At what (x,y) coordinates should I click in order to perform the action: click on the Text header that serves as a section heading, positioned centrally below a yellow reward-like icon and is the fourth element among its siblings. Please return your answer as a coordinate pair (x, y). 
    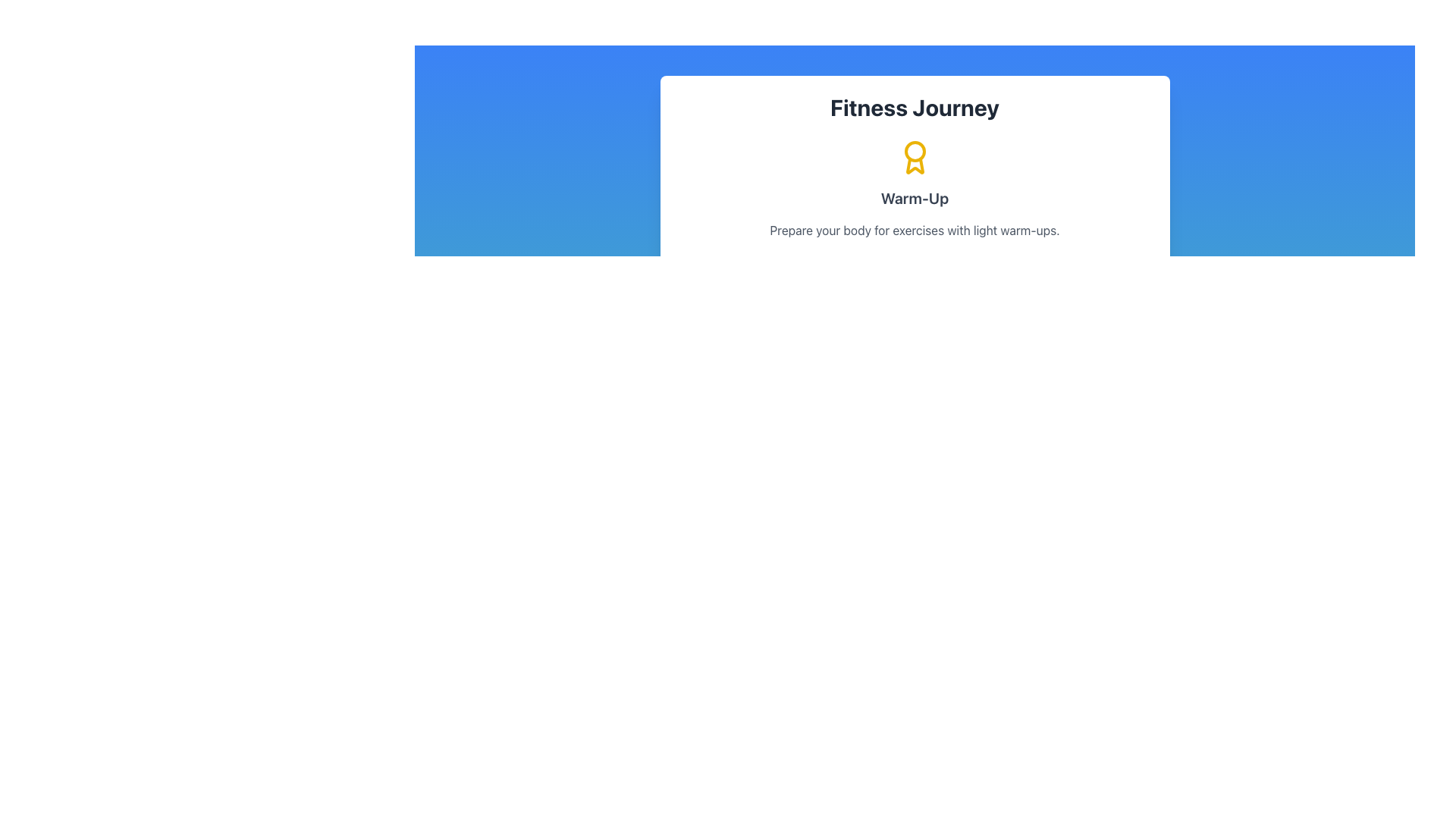
    Looking at the image, I should click on (914, 198).